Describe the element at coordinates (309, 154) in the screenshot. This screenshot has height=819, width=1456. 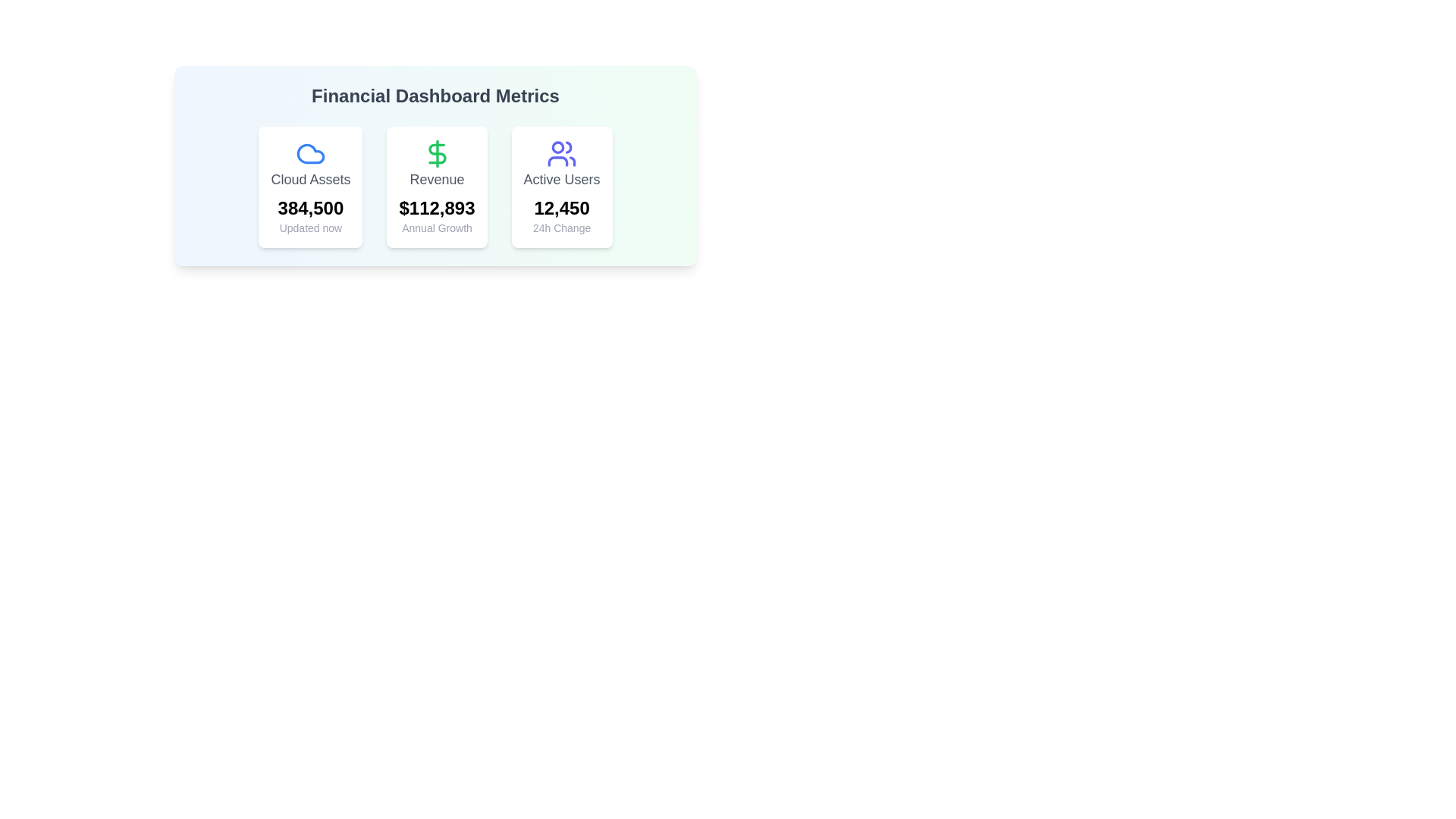
I see `the 'Cloud Assets' icon located at the top of the first card, which visually represents the cloud resources metric` at that location.